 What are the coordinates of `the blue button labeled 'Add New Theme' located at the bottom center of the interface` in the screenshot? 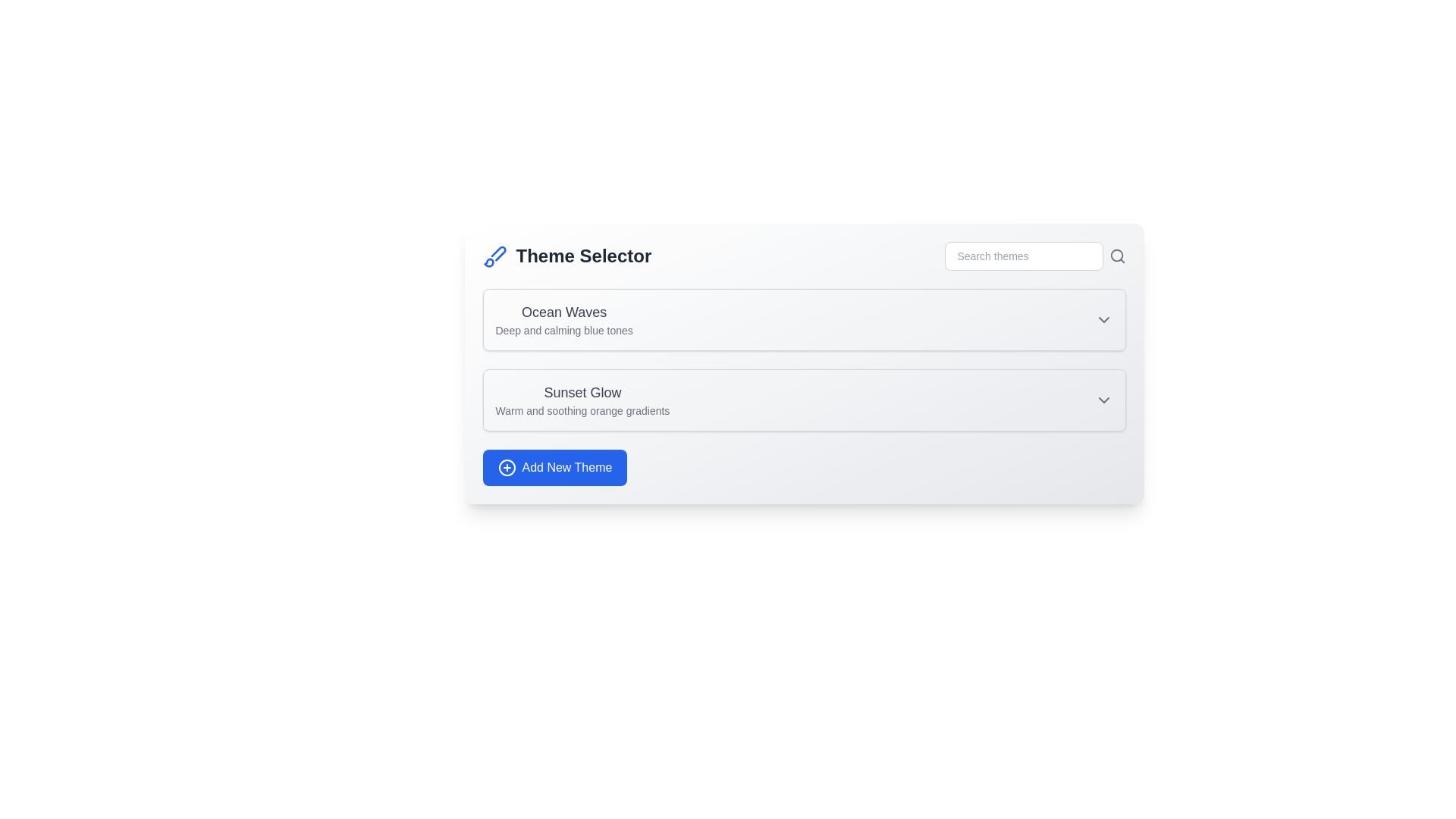 It's located at (566, 467).